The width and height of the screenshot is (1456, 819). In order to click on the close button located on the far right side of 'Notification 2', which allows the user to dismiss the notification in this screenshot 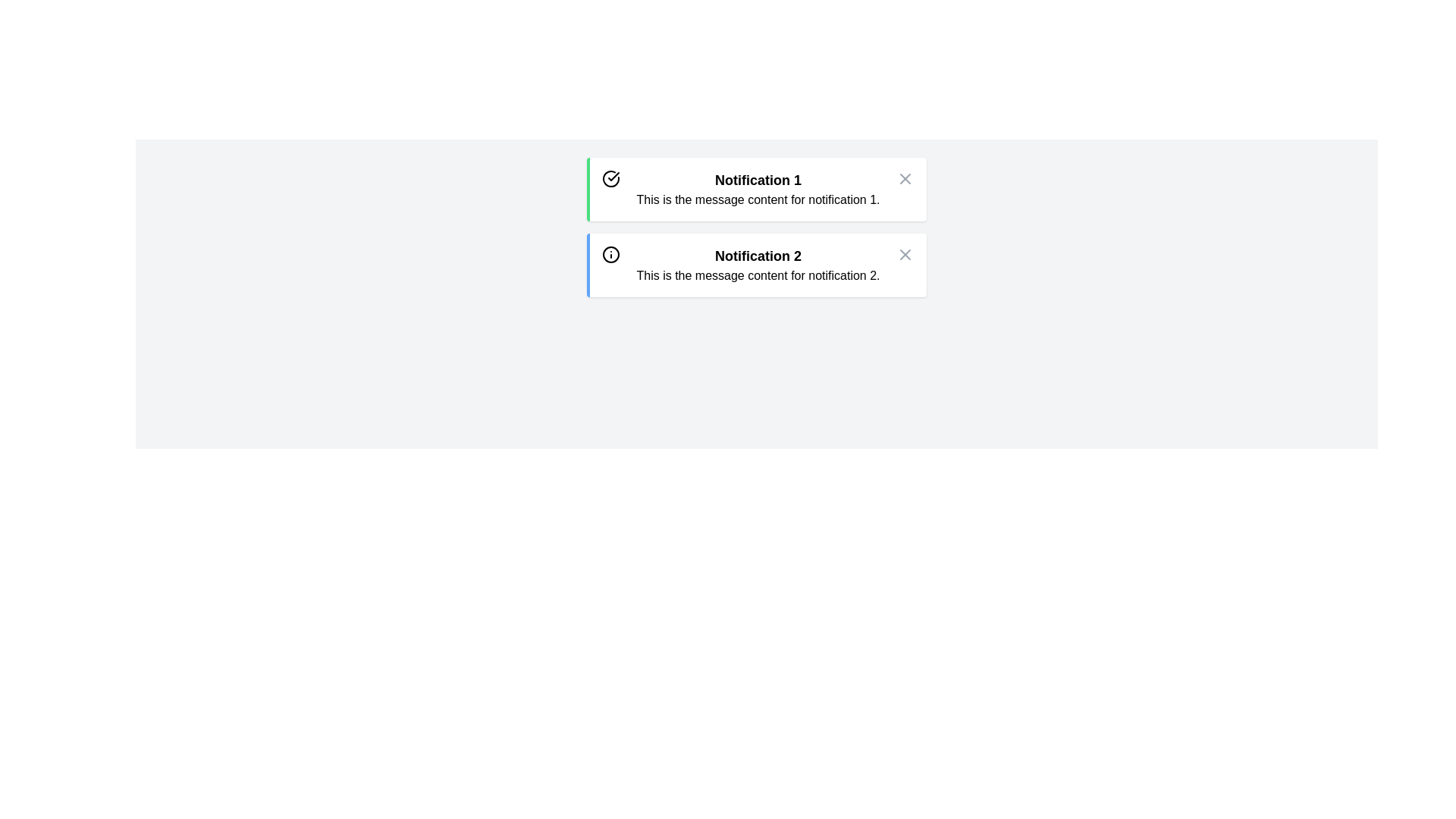, I will do `click(905, 253)`.